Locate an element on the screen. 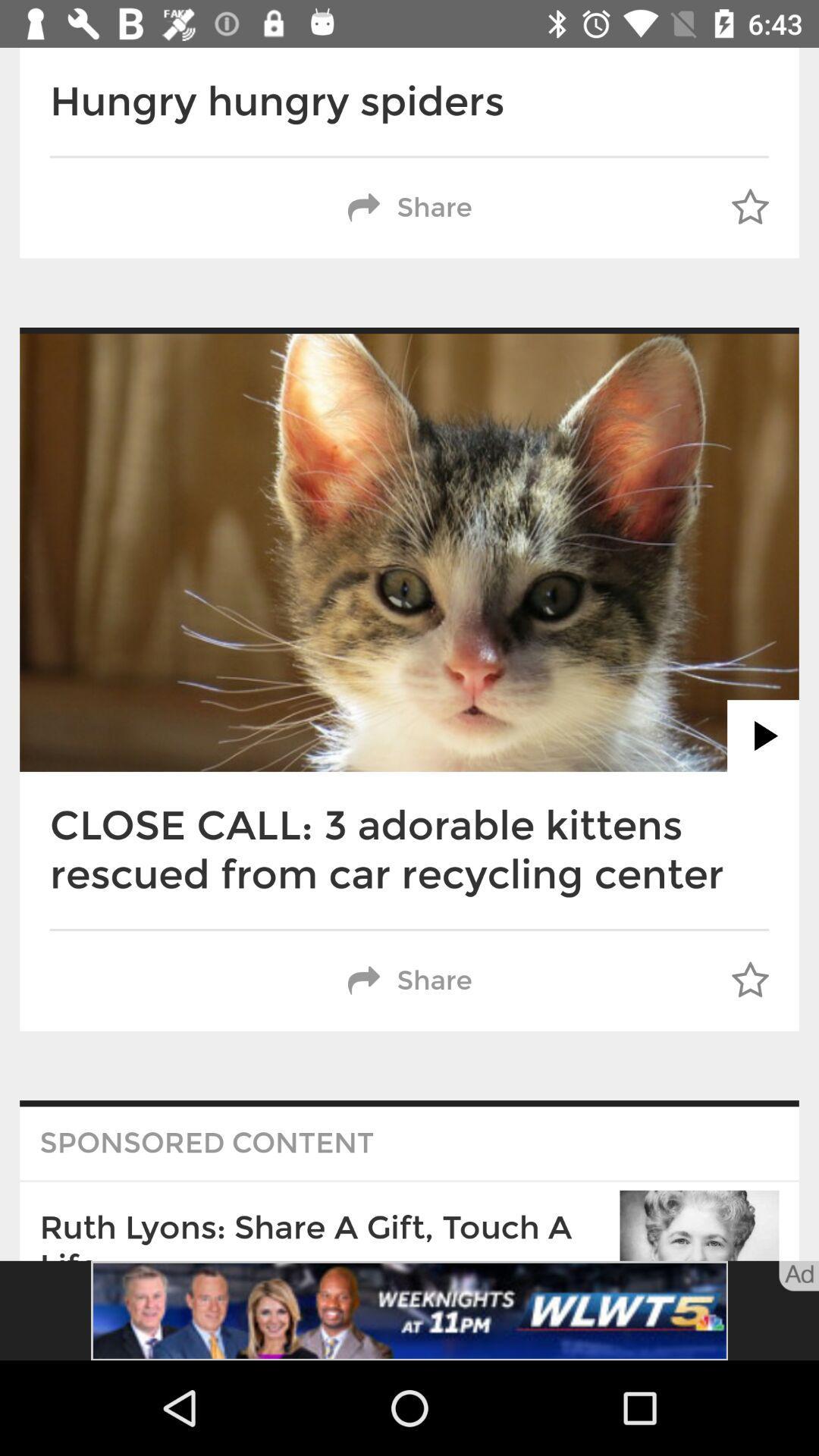 The image size is (819, 1456). advertisement is located at coordinates (409, 1310).